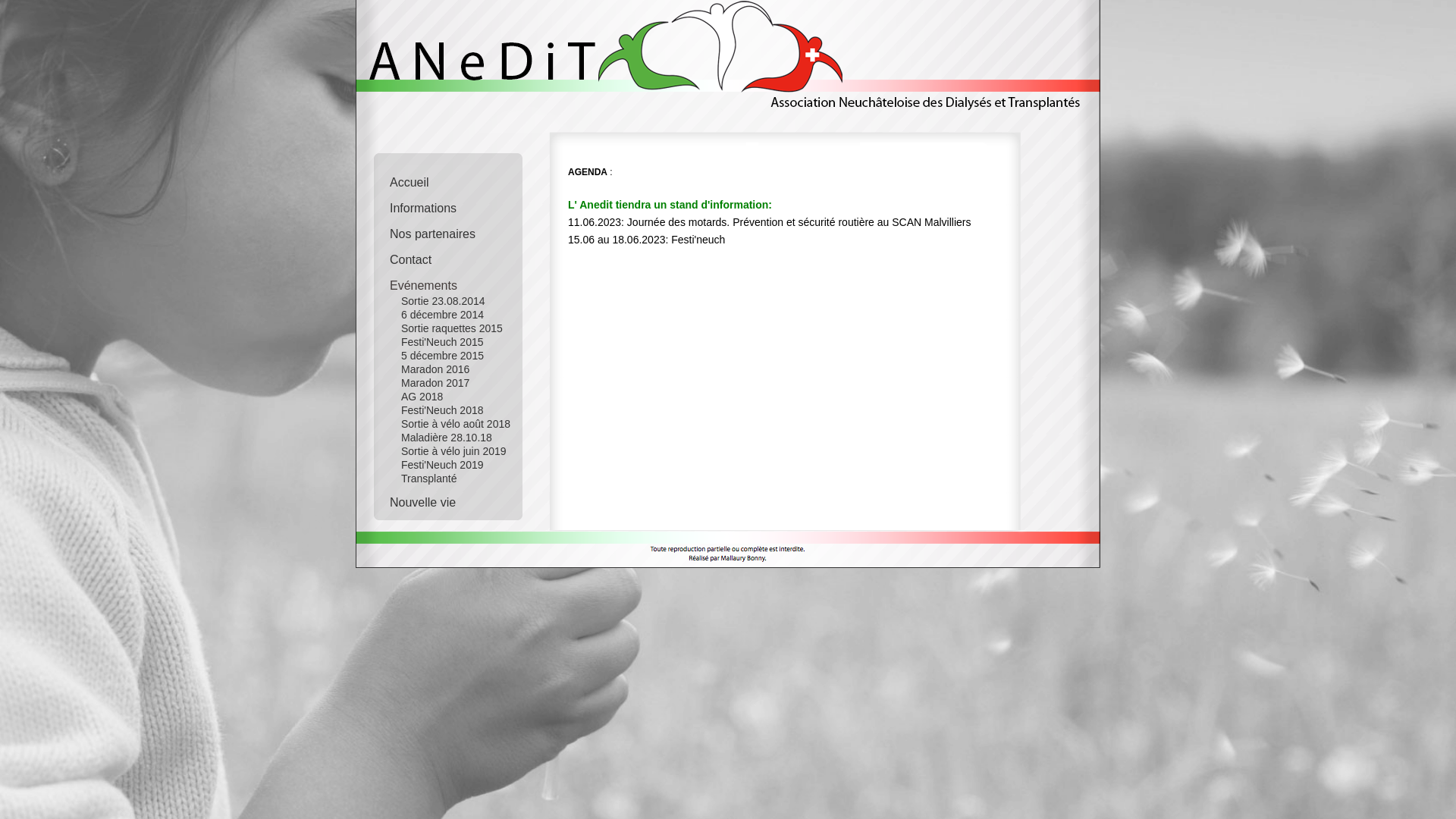  Describe the element at coordinates (457, 497) in the screenshot. I see `'Nouvelle vie'` at that location.